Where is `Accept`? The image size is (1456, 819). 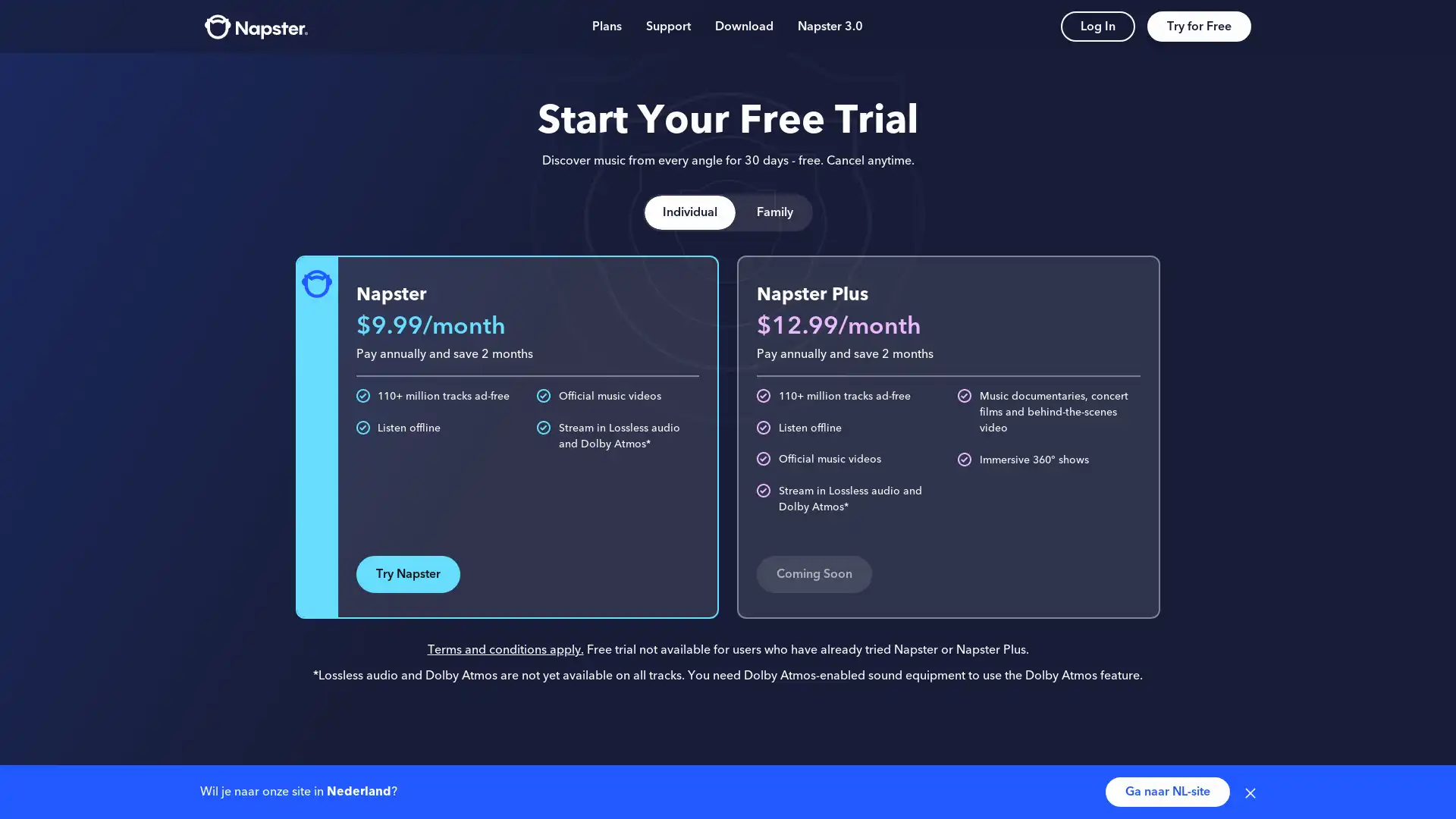 Accept is located at coordinates (1082, 697).